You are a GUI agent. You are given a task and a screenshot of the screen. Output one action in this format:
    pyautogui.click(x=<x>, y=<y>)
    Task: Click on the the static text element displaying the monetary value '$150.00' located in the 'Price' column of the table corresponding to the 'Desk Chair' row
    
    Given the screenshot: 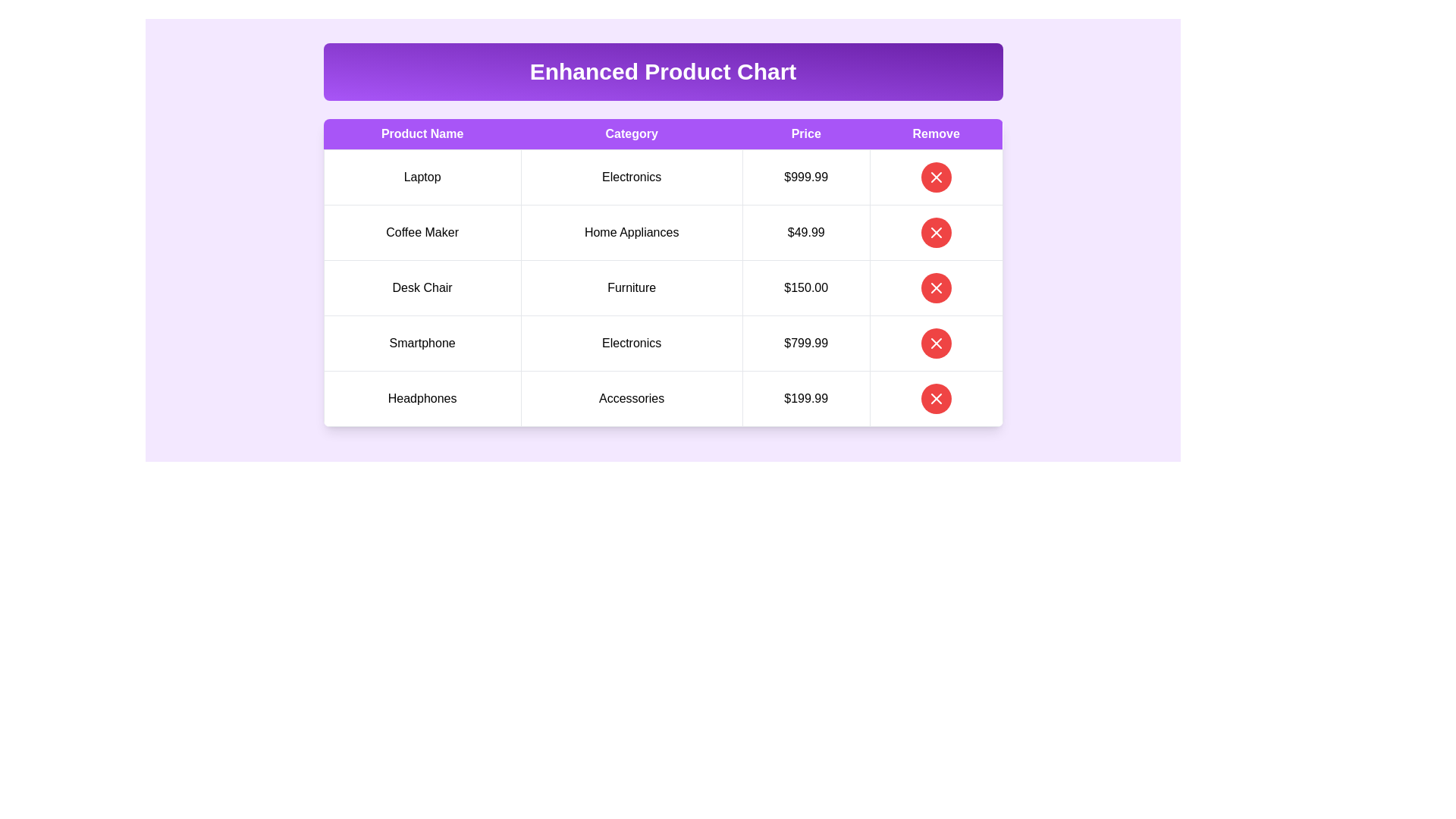 What is the action you would take?
    pyautogui.click(x=805, y=288)
    